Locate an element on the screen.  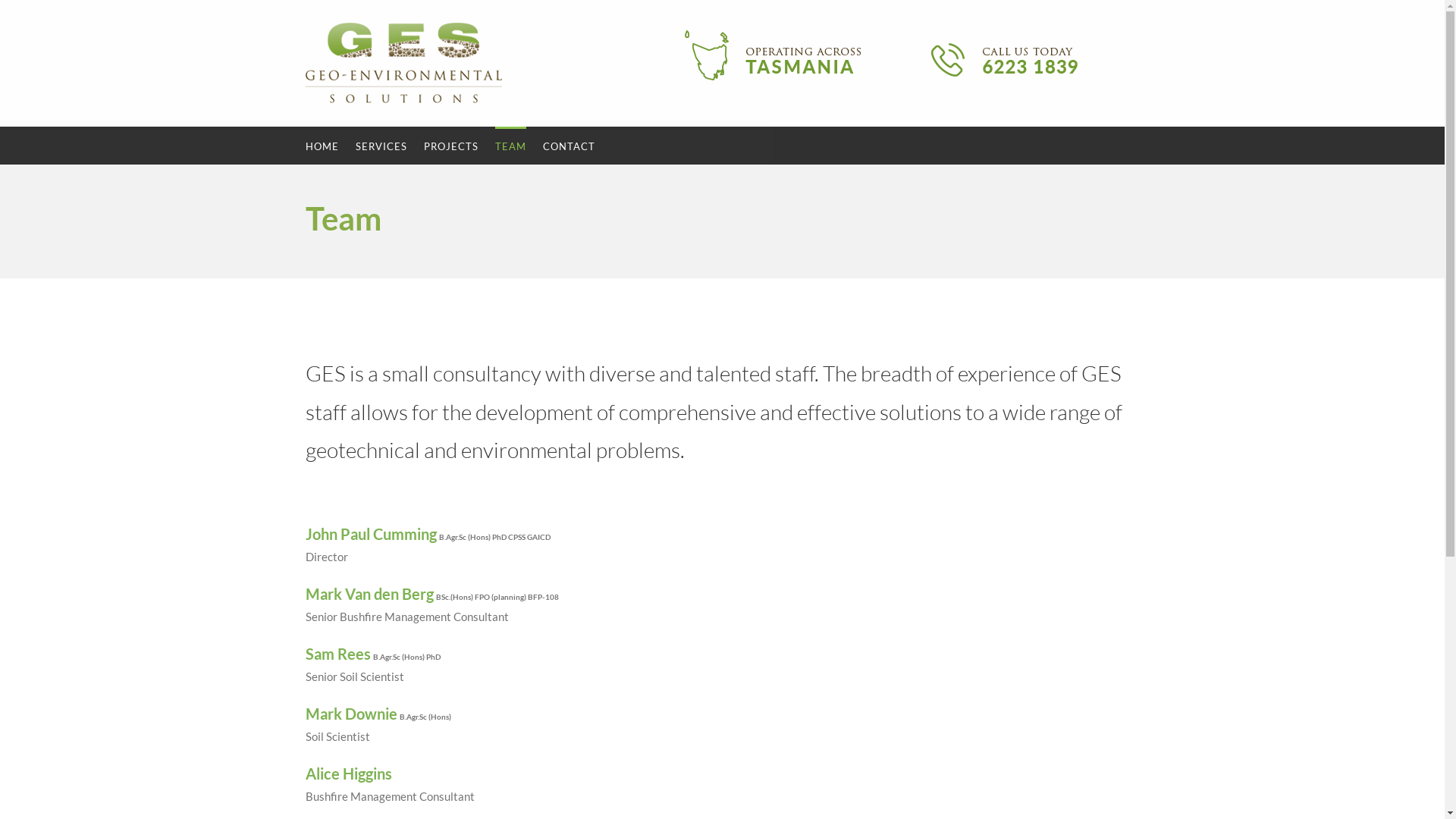
'CONTACT' is located at coordinates (568, 146).